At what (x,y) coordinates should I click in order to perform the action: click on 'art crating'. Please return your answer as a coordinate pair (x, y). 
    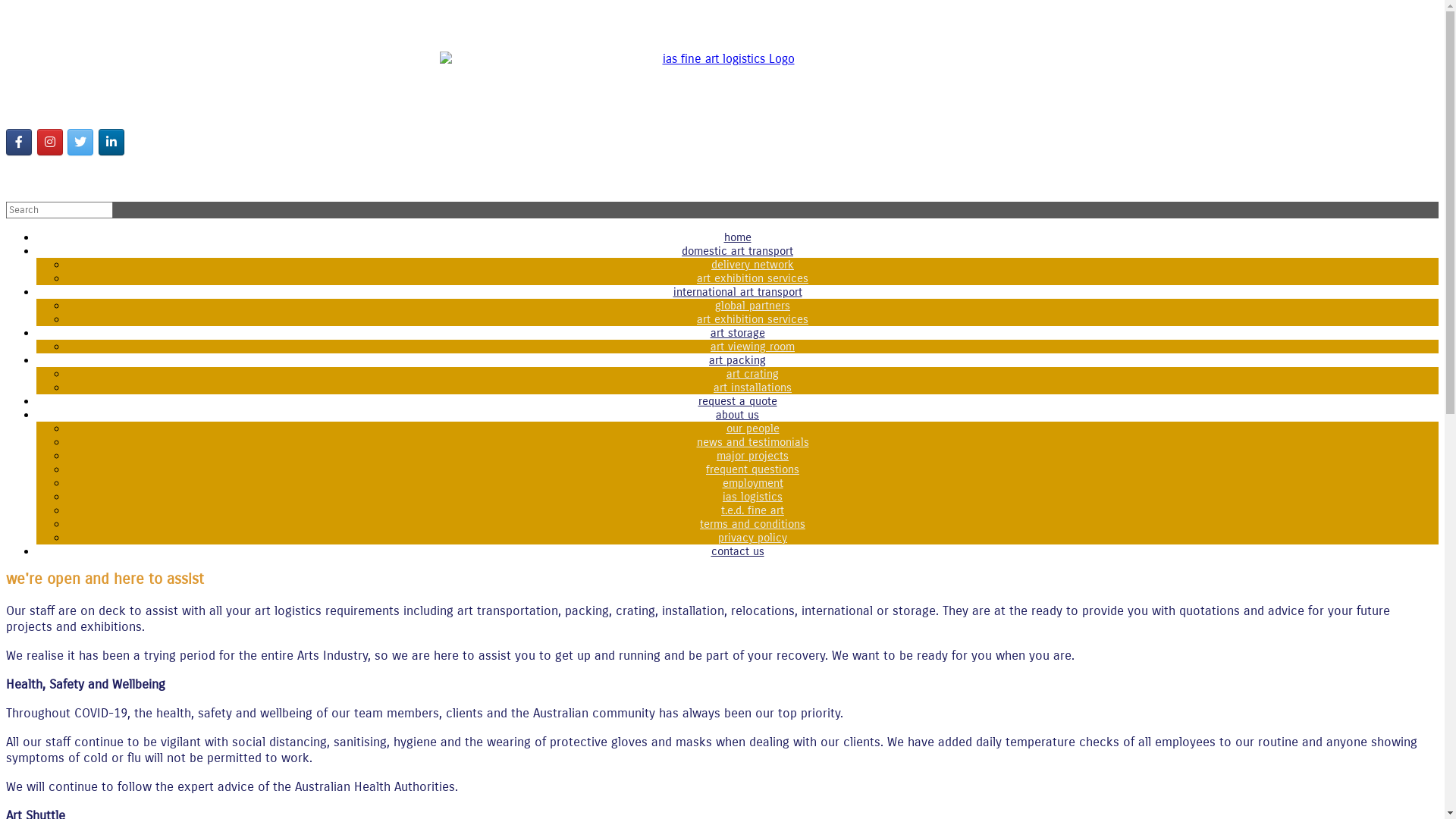
    Looking at the image, I should click on (752, 374).